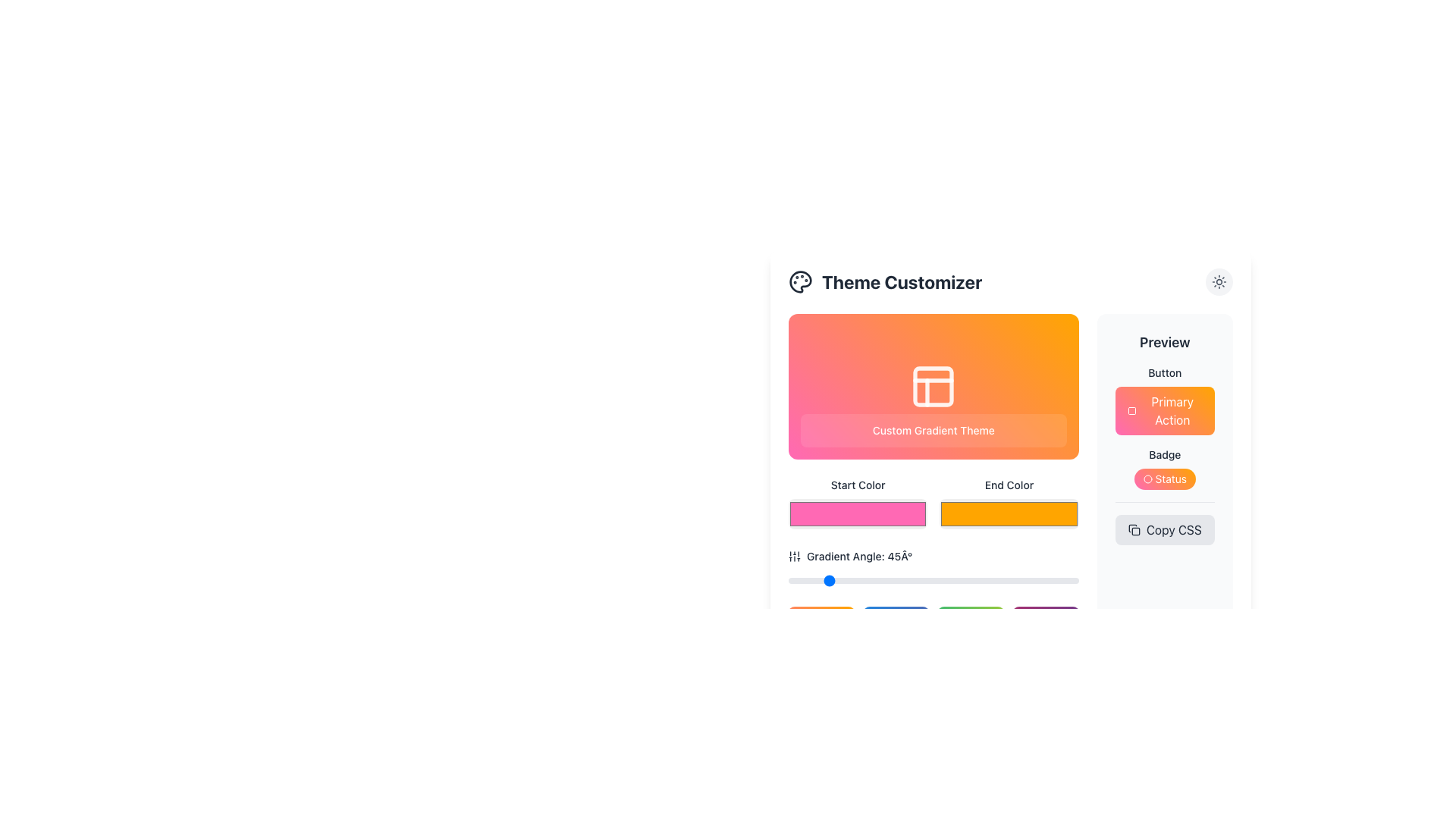 This screenshot has height=819, width=1456. Describe the element at coordinates (1164, 454) in the screenshot. I see `the Badge element located in the 'Preview' section, which serves as a status indicator or label, positioned between the 'Primary Action' button and the 'Copy CSS' button` at that location.